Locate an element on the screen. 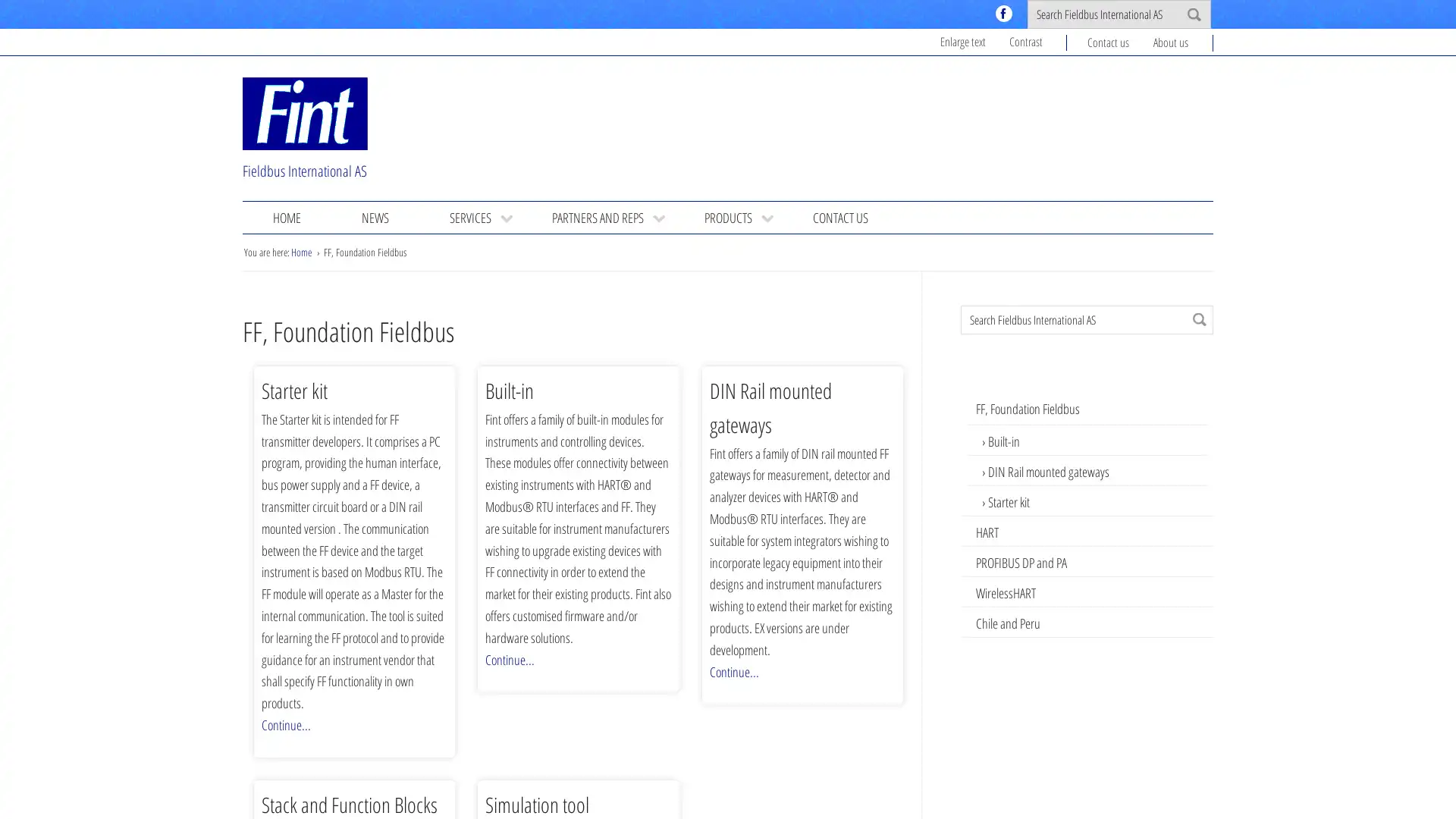  Search is located at coordinates (1199, 318).